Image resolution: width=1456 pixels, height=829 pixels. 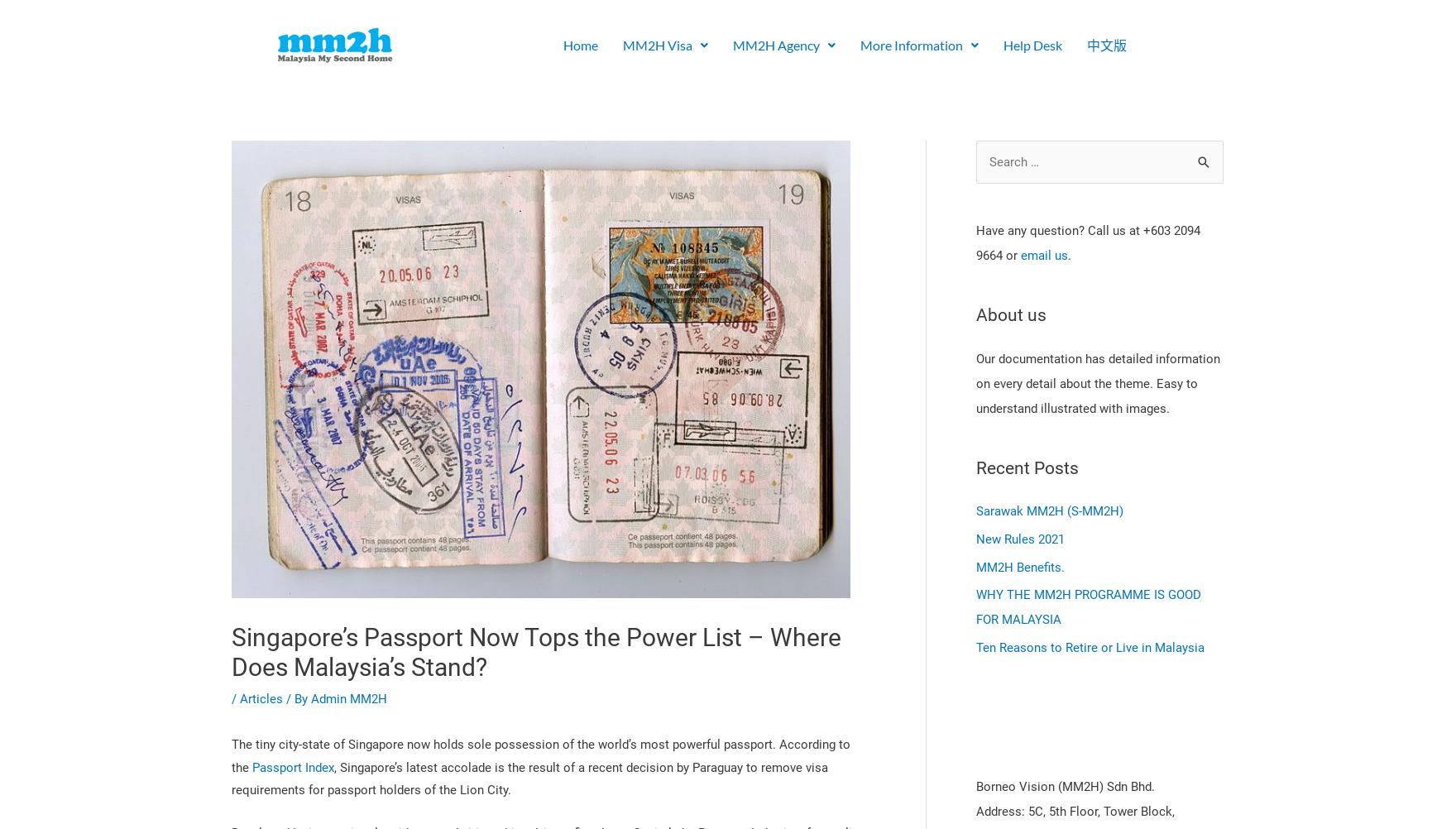 I want to click on 'About us', so click(x=975, y=314).